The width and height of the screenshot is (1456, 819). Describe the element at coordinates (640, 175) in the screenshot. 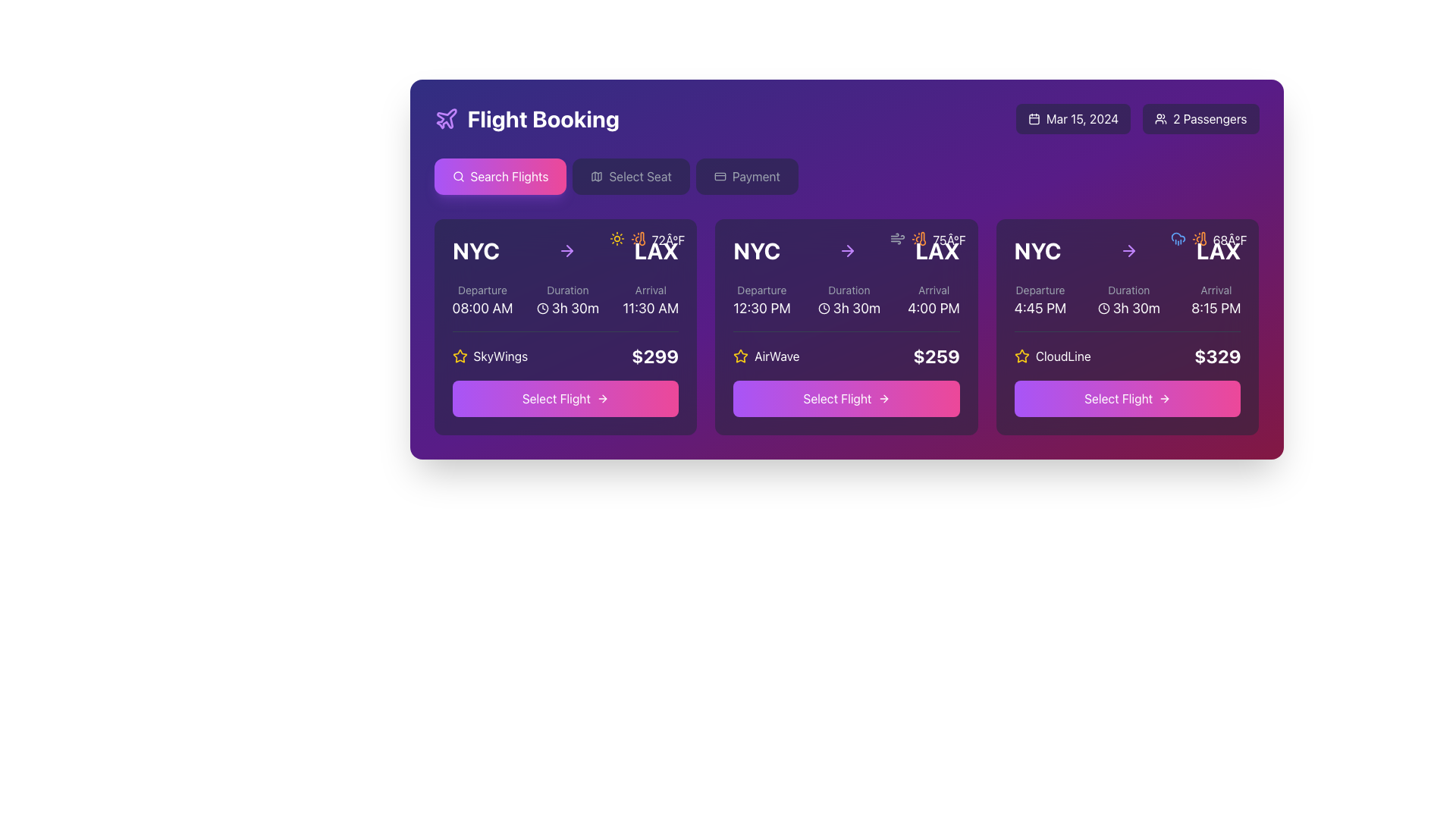

I see `the text label that serves as a title for the seat selection button located between 'Search Flights' and 'Payment'` at that location.